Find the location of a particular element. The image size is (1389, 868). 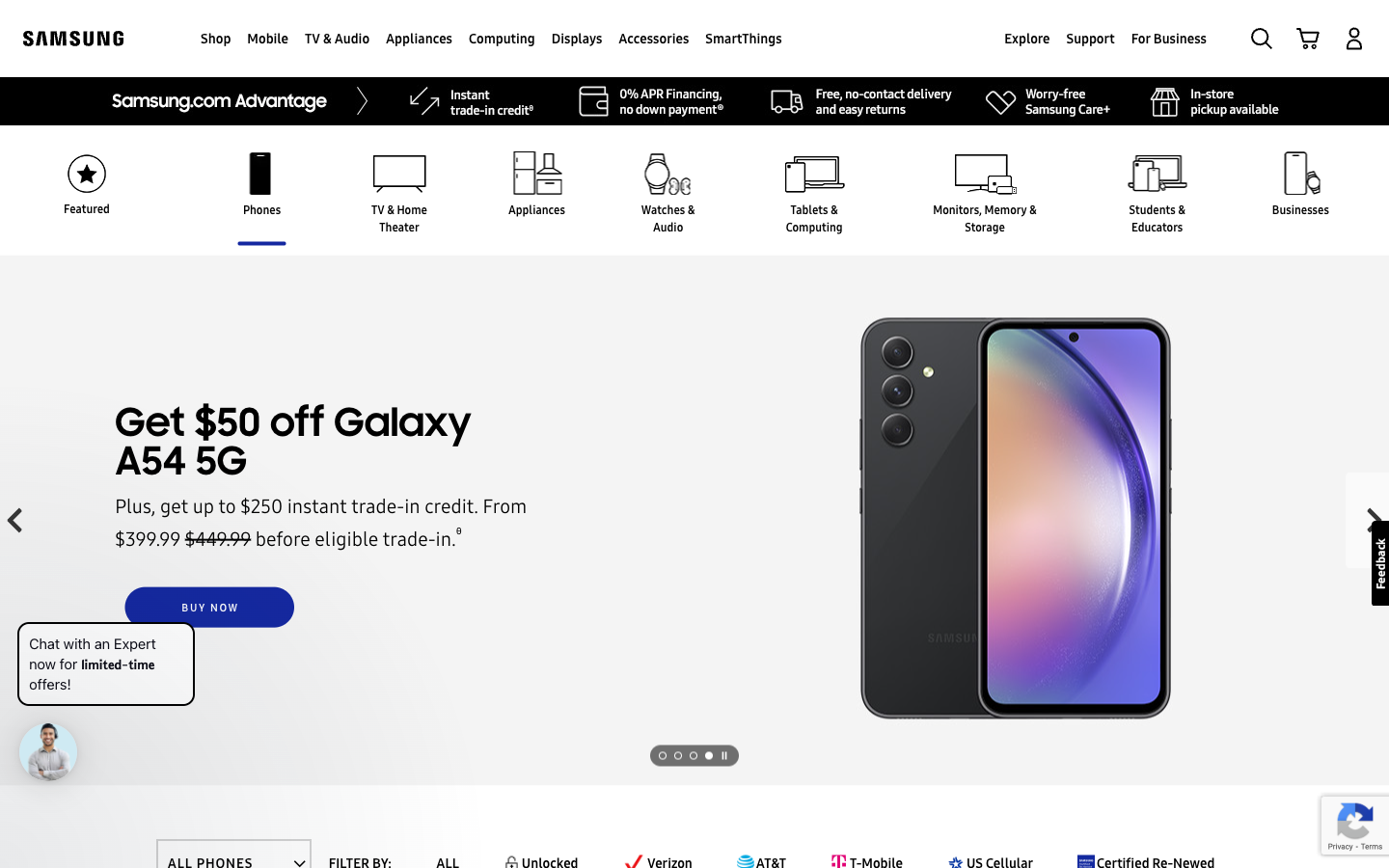

the forthcoming image view is located at coordinates (722, 754).